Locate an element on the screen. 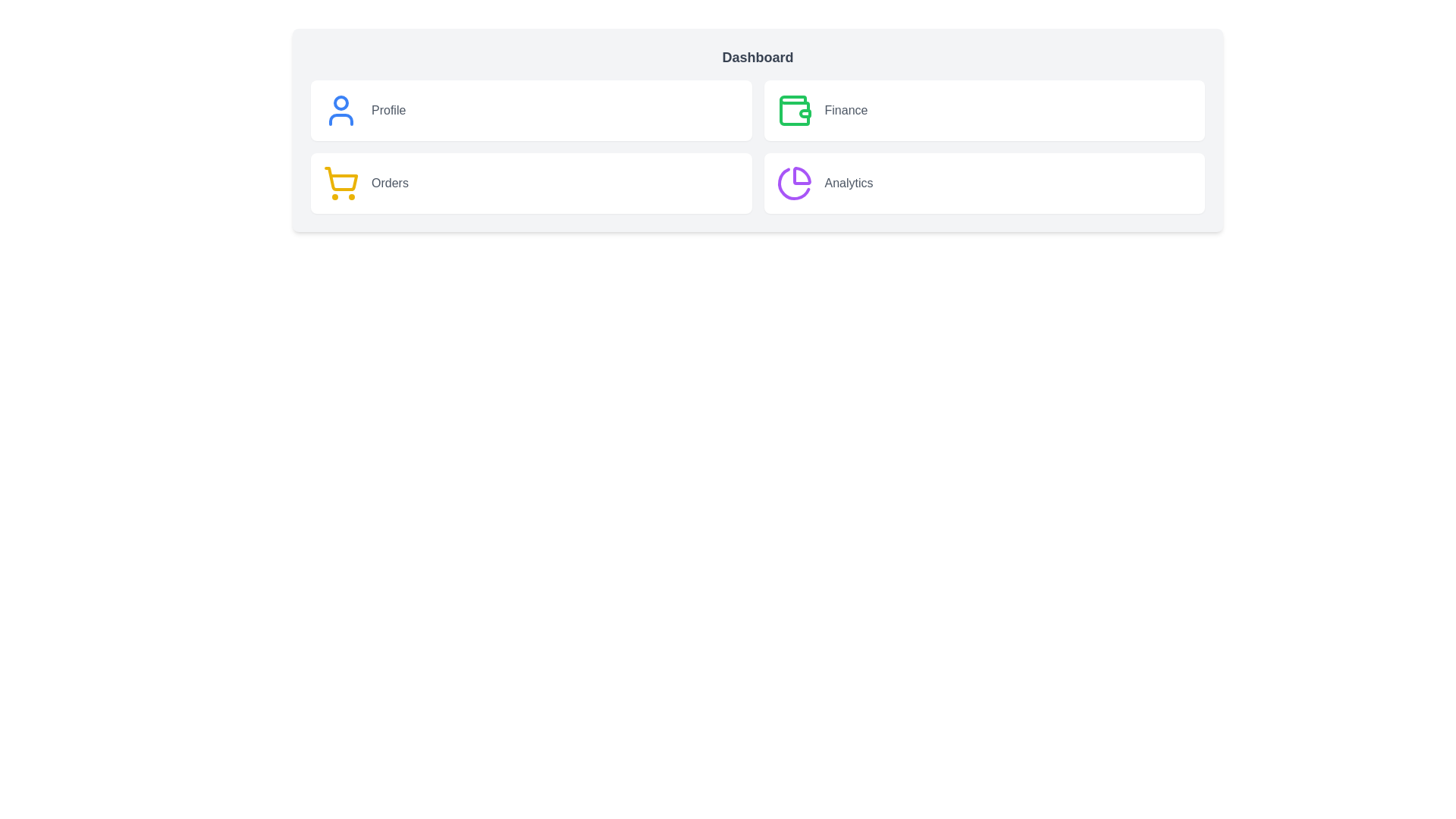 The image size is (1456, 819). the prominent yellow icon in the 'Orders' section located at the bottom-left of the card is located at coordinates (340, 178).